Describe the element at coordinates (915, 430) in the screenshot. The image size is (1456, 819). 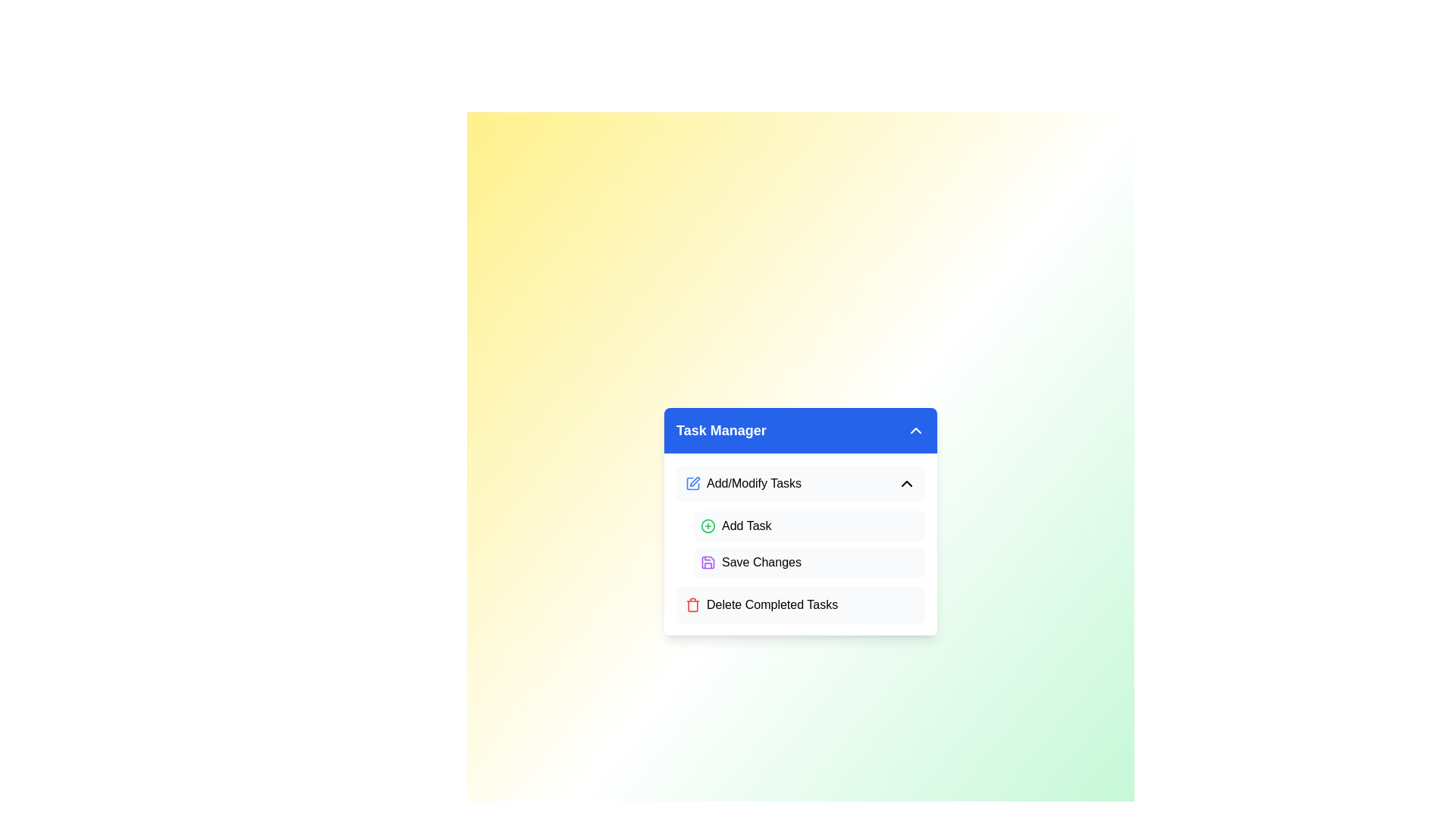
I see `the Dropdown toggler icon at the far-right end of the 'Task Manager' section` at that location.